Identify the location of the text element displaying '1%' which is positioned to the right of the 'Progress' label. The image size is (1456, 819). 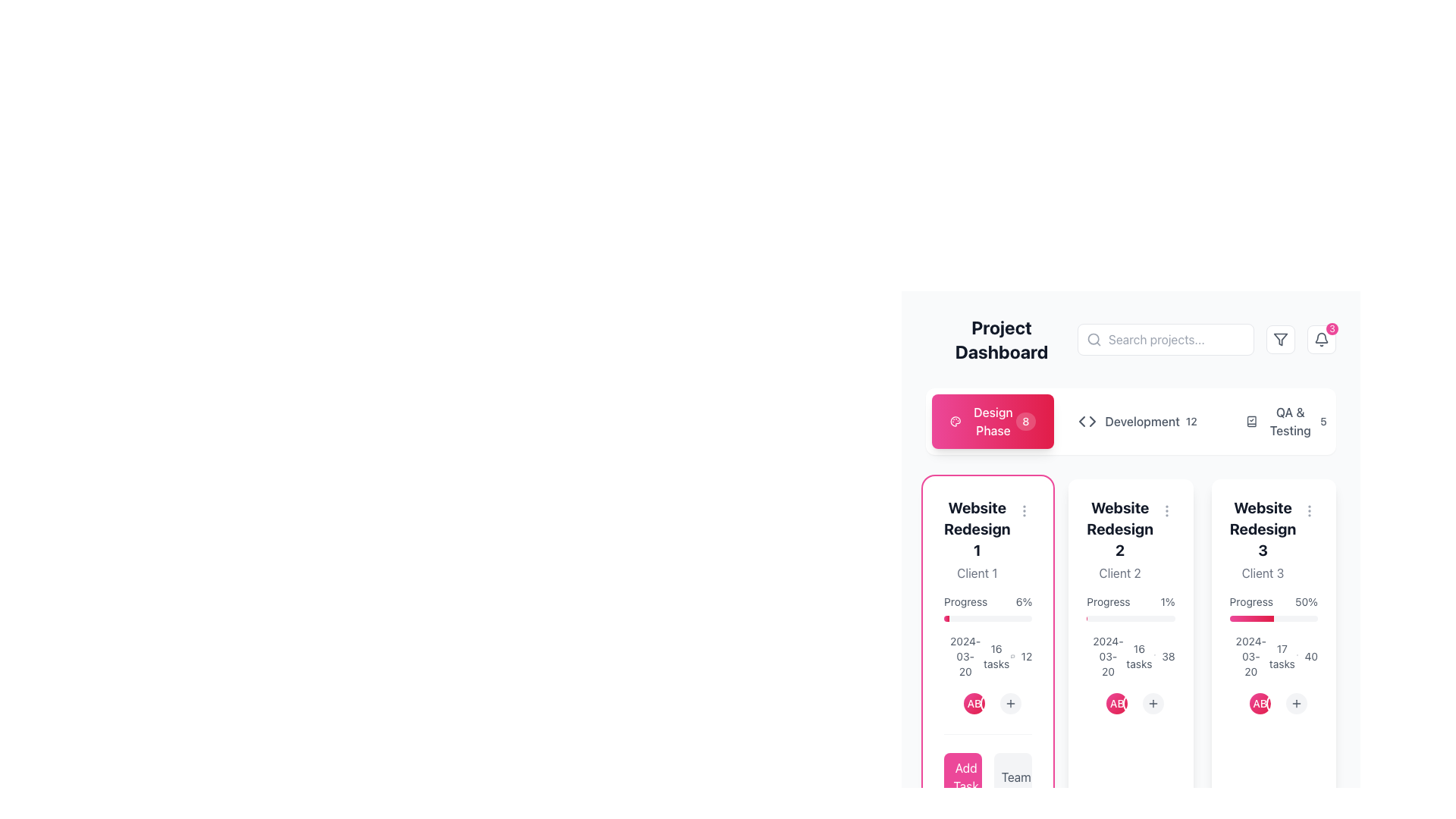
(1167, 601).